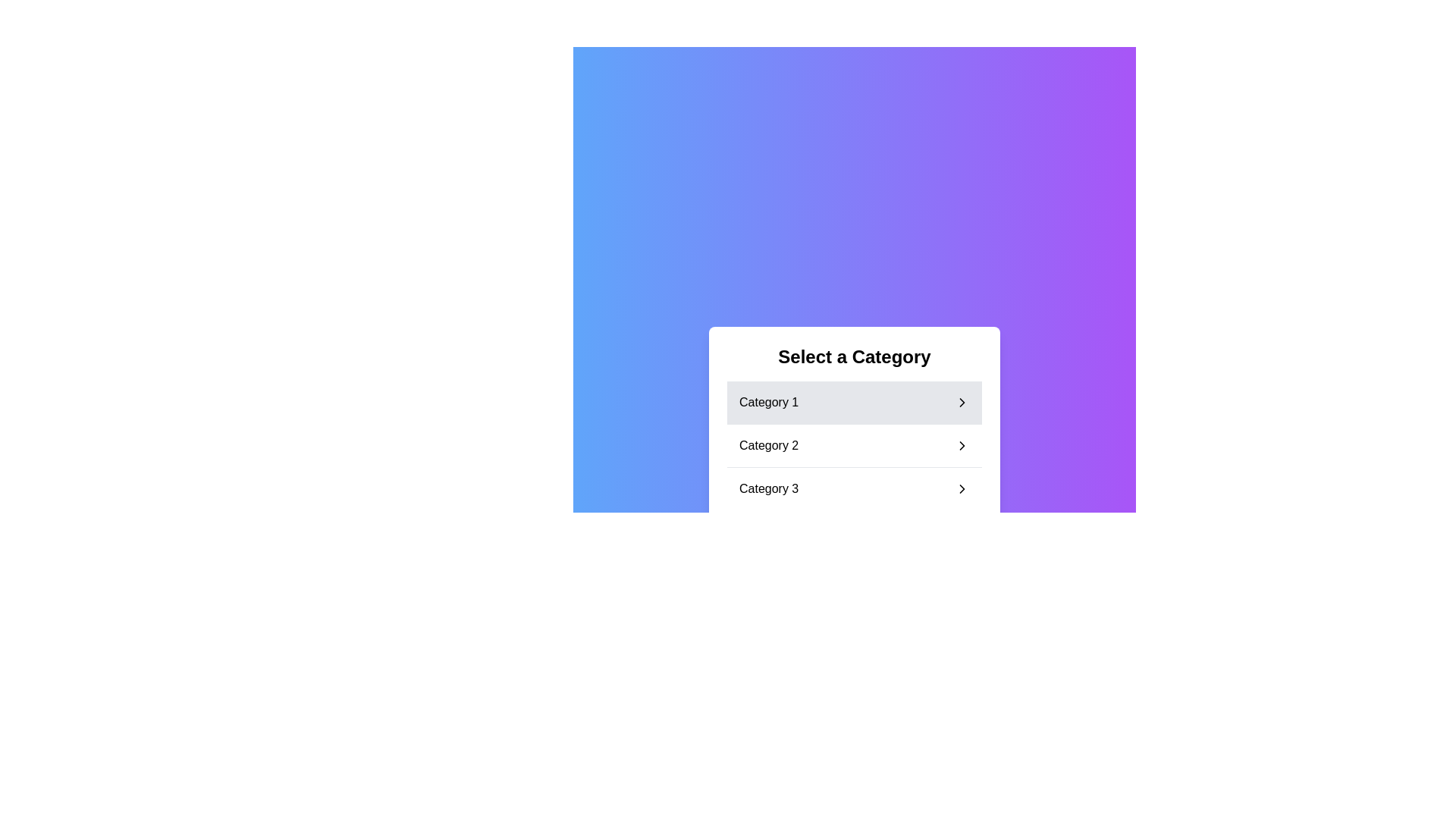  What do you see at coordinates (855, 488) in the screenshot?
I see `the list item displaying 'Category 3'` at bounding box center [855, 488].